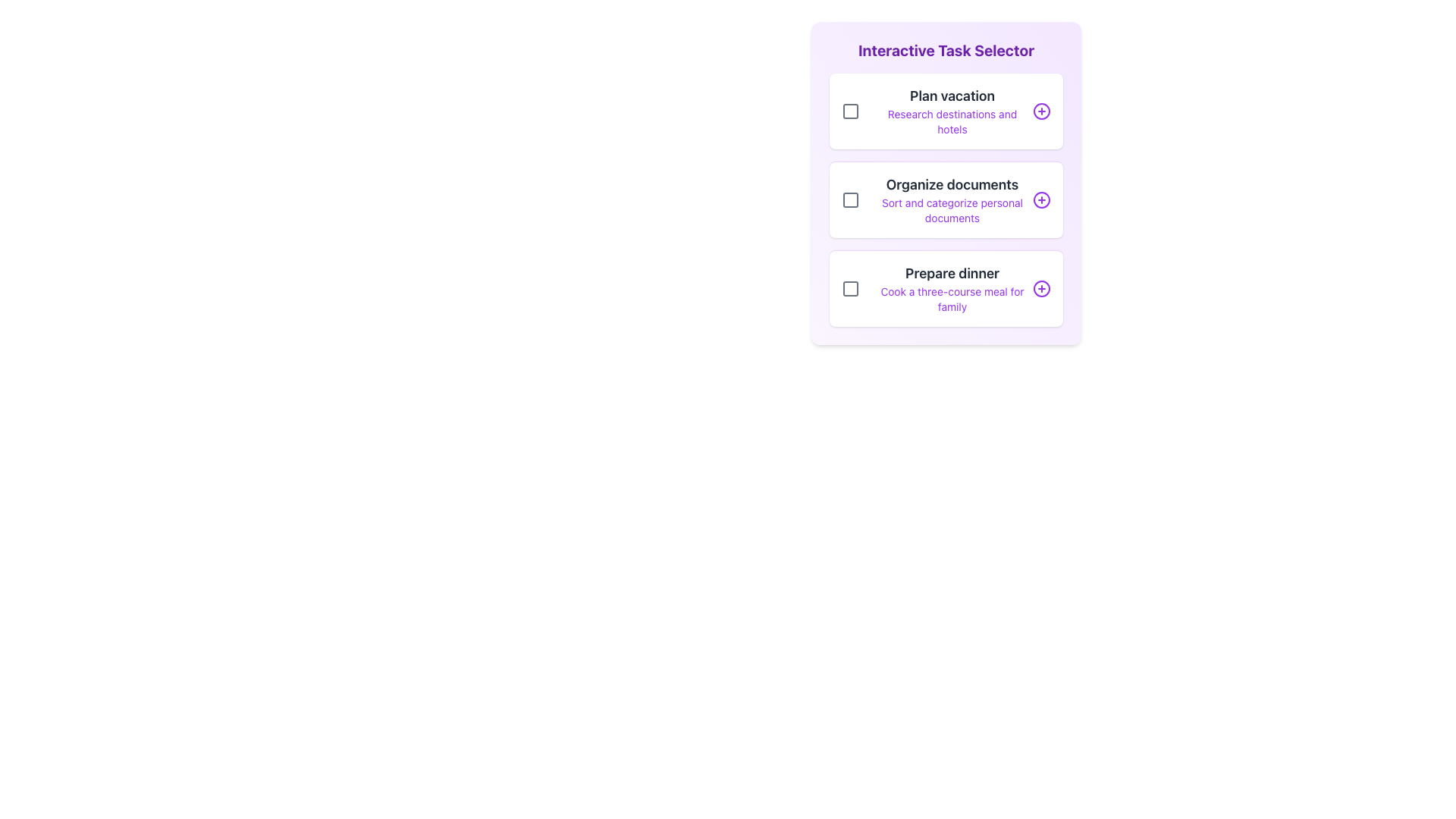  I want to click on the square-shaped checkbox with a thin gray border located to the left of the 'Prepare dinner' task label to check or uncheck it, so click(851, 289).